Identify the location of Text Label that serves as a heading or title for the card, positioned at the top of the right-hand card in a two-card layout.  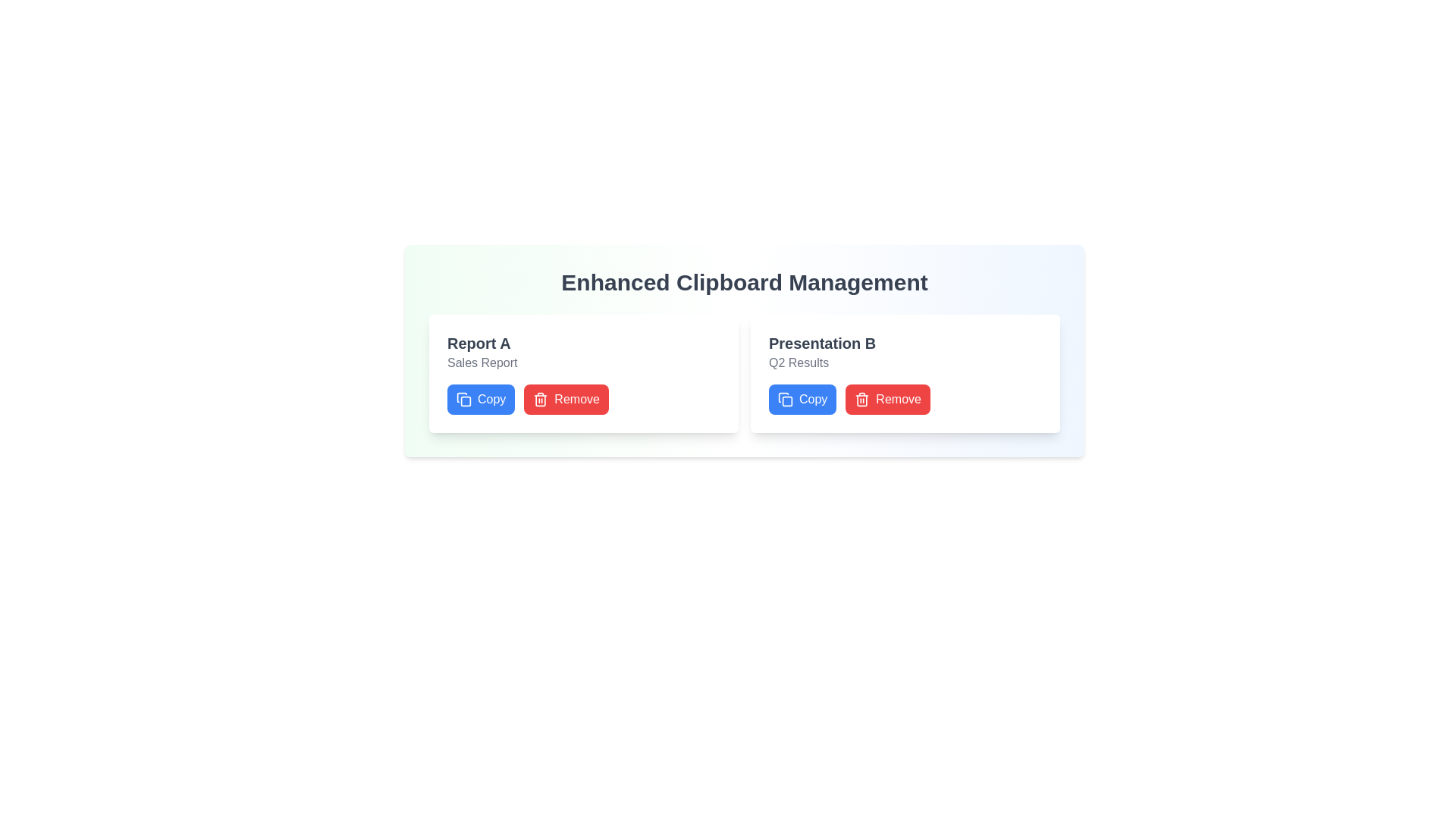
(821, 343).